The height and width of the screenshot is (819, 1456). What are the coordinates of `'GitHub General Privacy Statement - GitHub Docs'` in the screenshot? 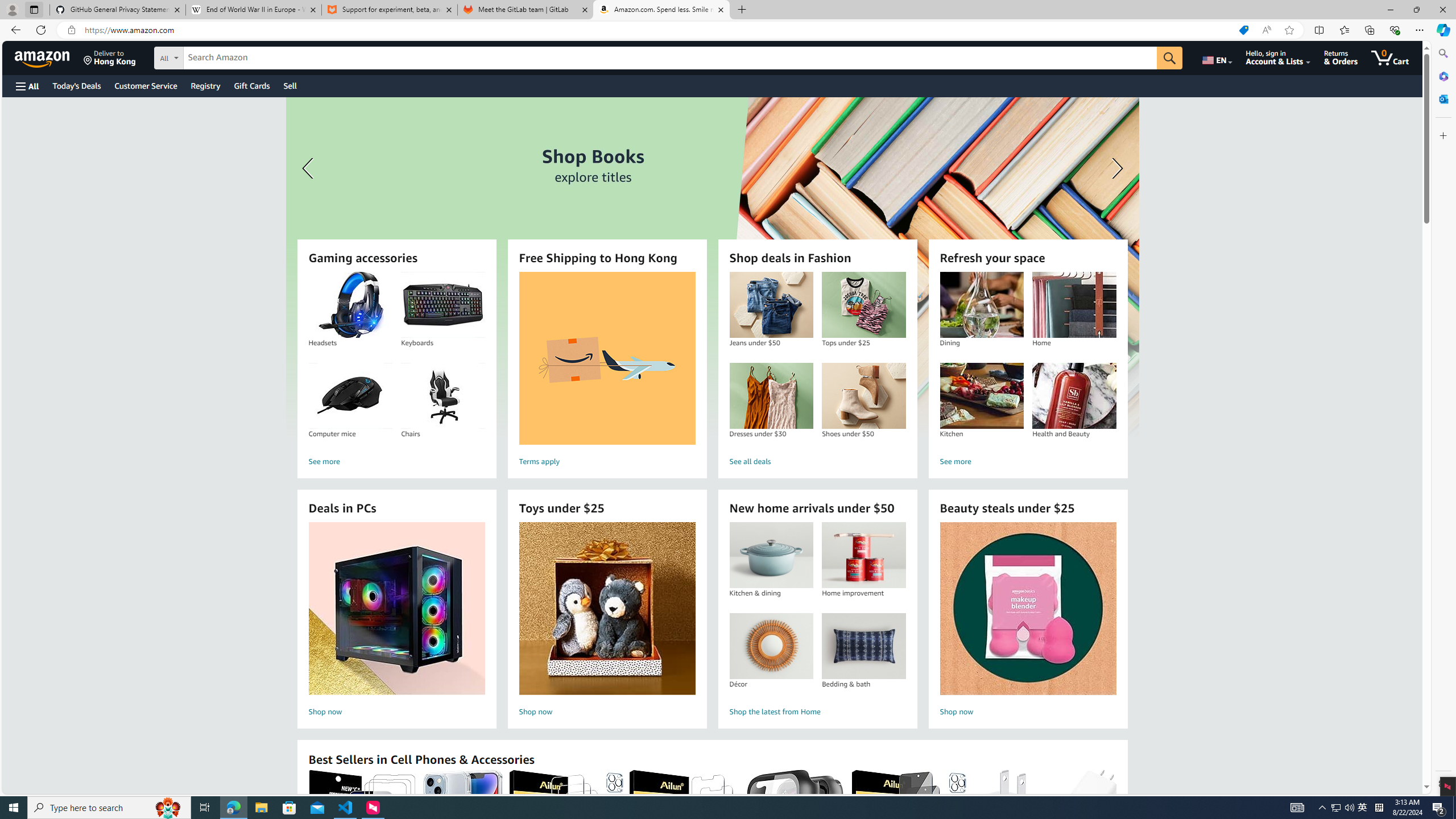 It's located at (118, 9).